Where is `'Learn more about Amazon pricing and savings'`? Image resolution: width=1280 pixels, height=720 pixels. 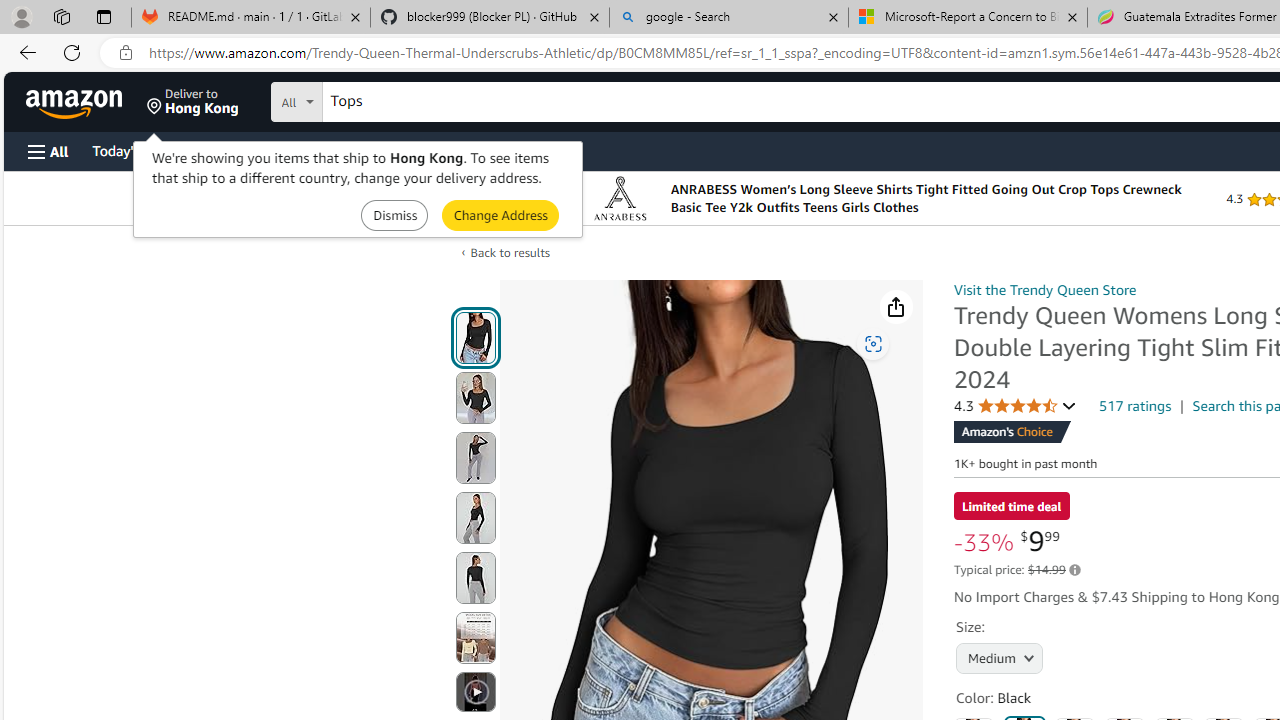 'Learn more about Amazon pricing and savings' is located at coordinates (1073, 570).